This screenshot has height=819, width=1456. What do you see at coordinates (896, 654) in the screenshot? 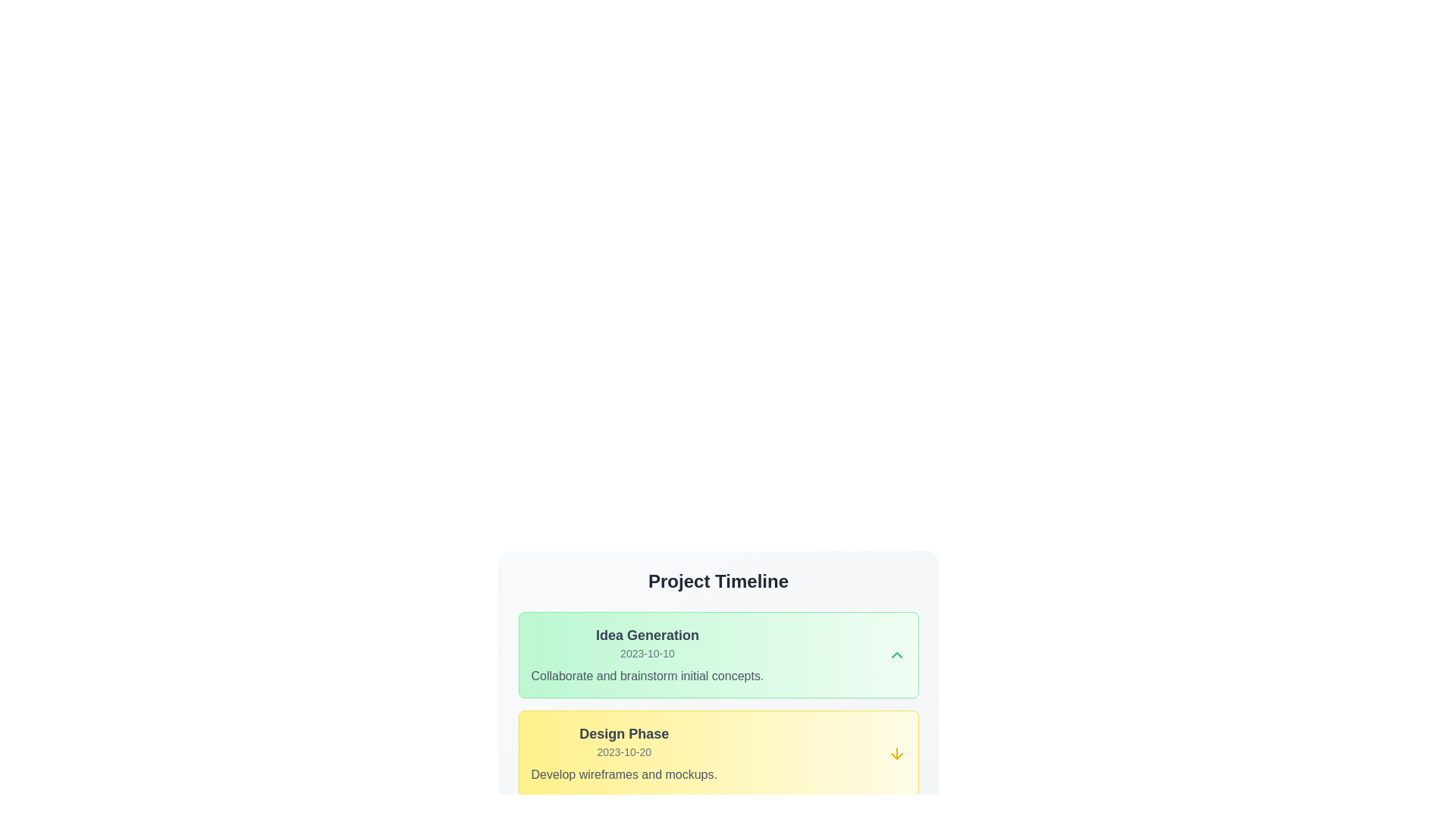
I see `the small upward-pointing chevron icon styled as a green arrow located in the shaded box labeled 'Idea Generation'` at bounding box center [896, 654].